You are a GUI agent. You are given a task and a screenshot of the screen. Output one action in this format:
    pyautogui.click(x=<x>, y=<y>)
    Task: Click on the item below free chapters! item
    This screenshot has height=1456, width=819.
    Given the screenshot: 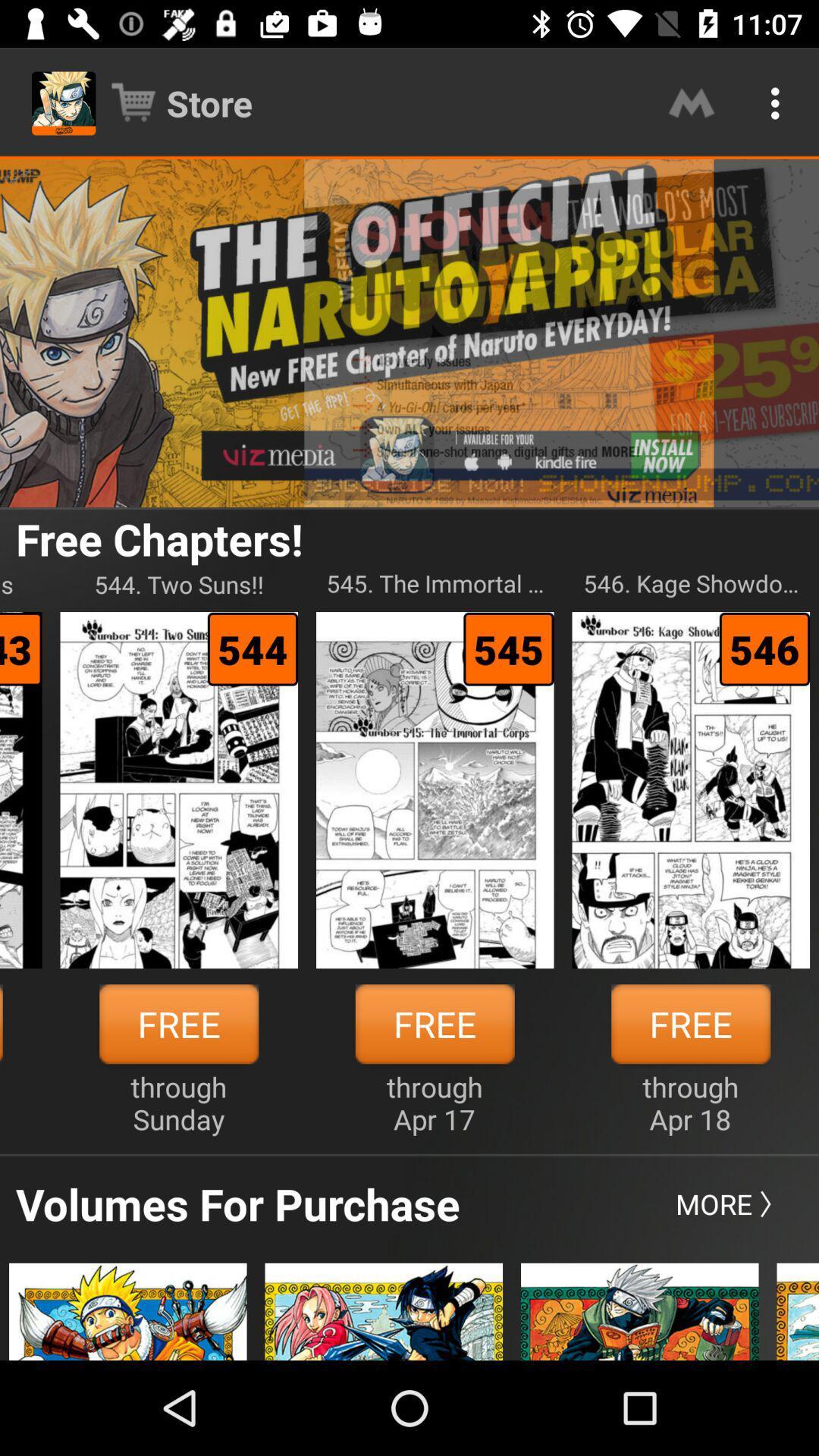 What is the action you would take?
    pyautogui.click(x=435, y=583)
    